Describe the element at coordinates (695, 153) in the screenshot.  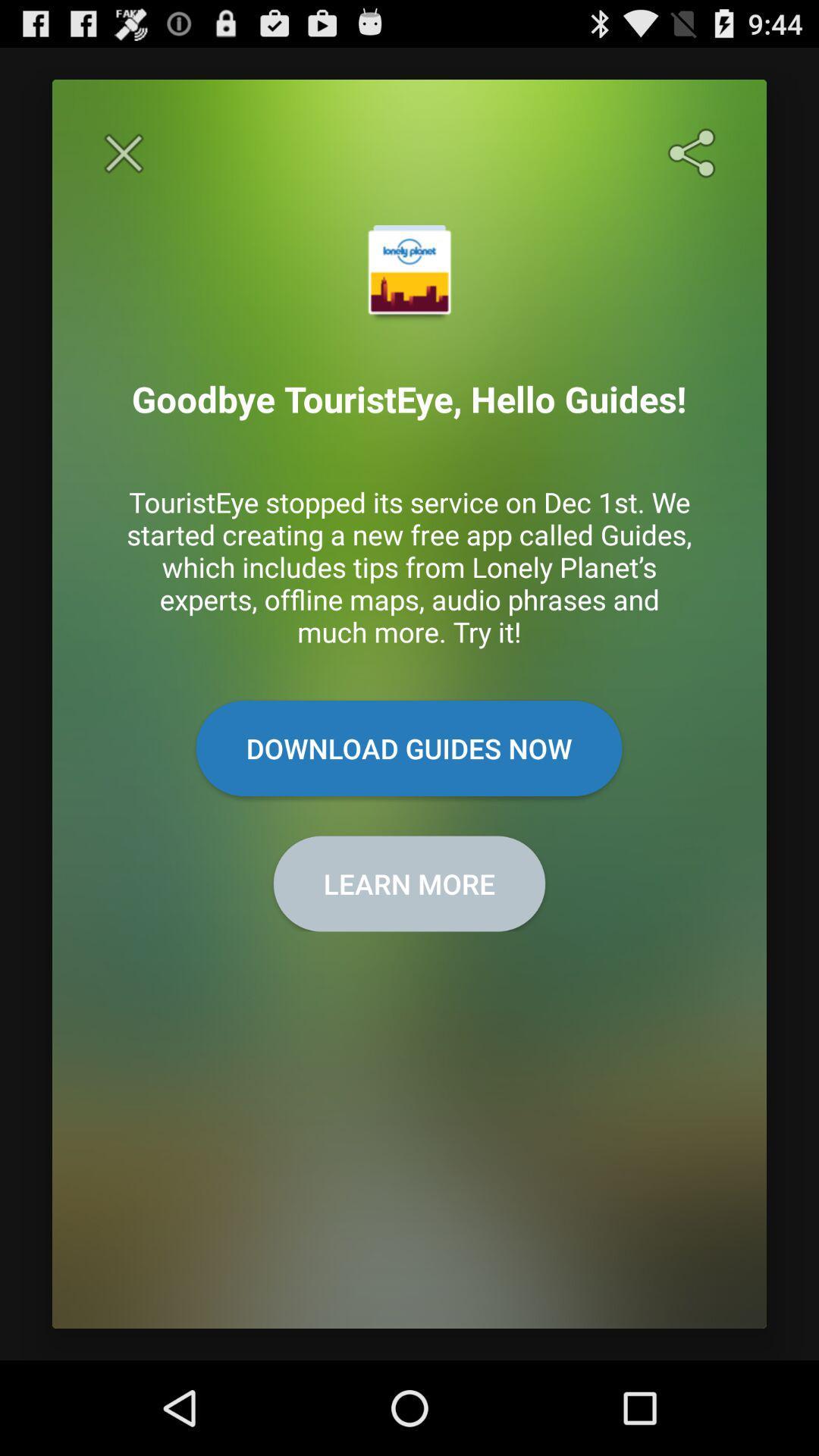
I see `the app above goodbye touristeye hello item` at that location.